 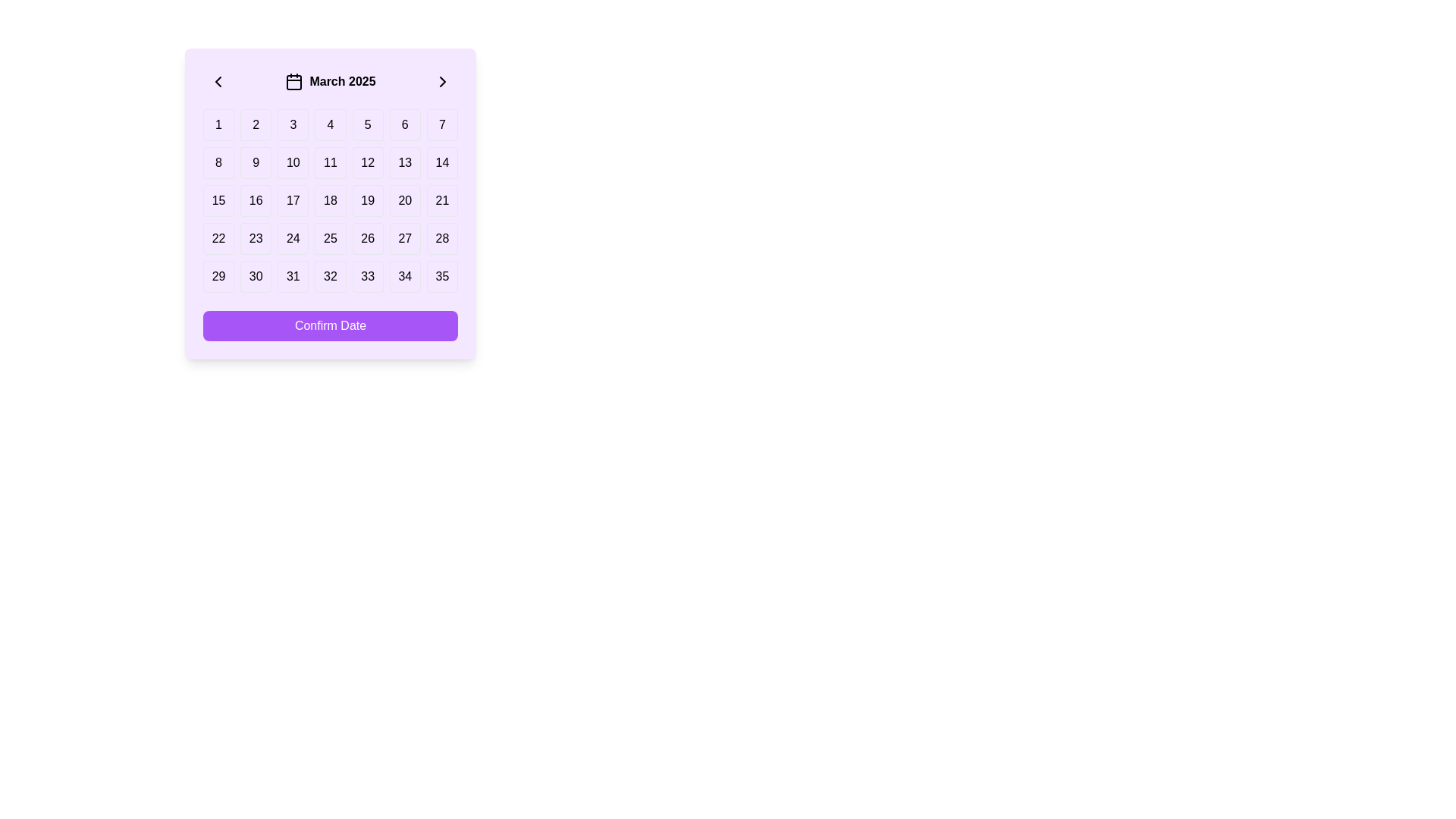 What do you see at coordinates (341, 82) in the screenshot?
I see `the 'March 2025' text label, which is prominently displayed in bold font in the header section of a calendar-like widget` at bounding box center [341, 82].